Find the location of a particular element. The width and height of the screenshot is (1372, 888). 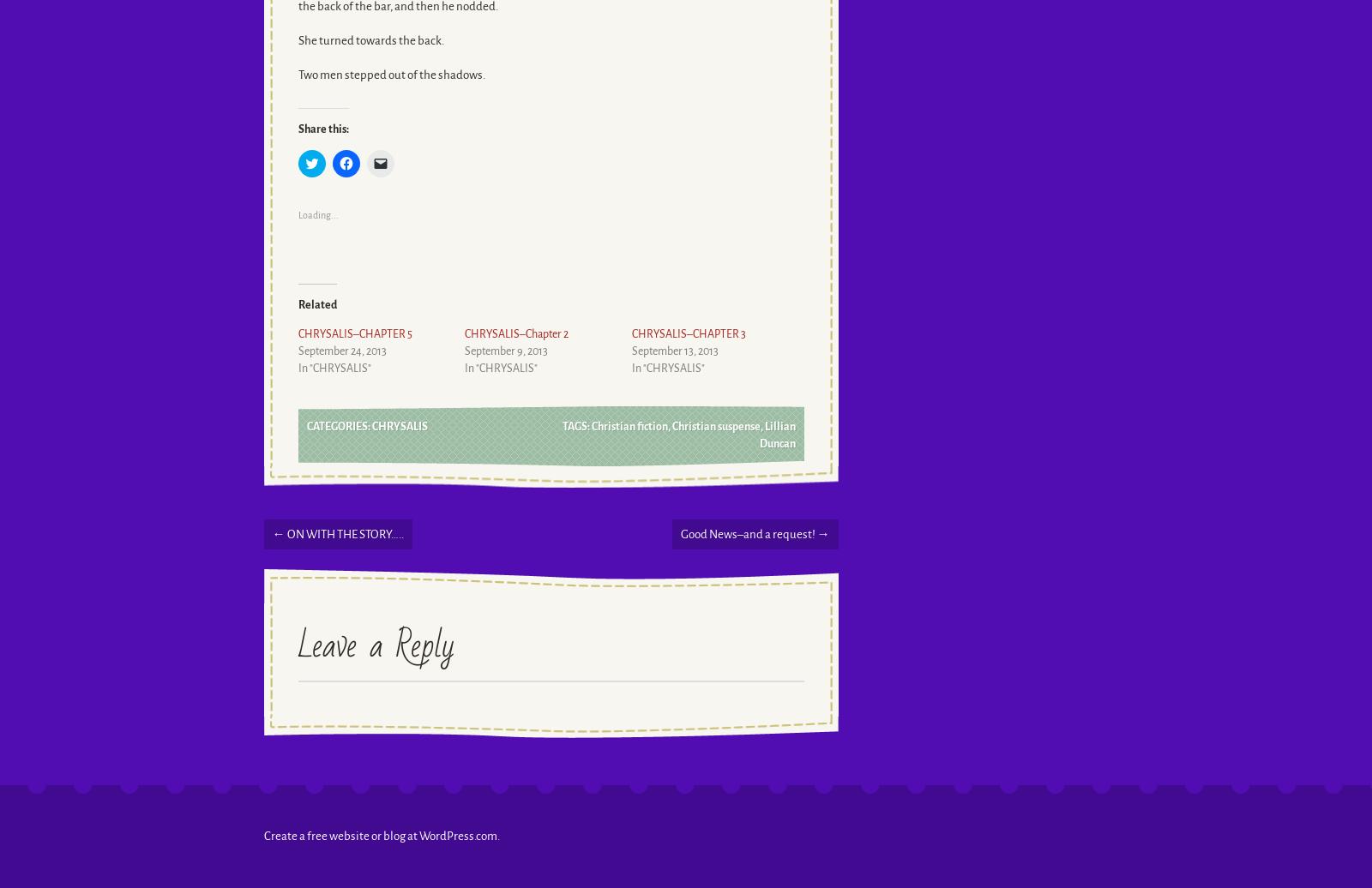

'Tags:' is located at coordinates (562, 425).